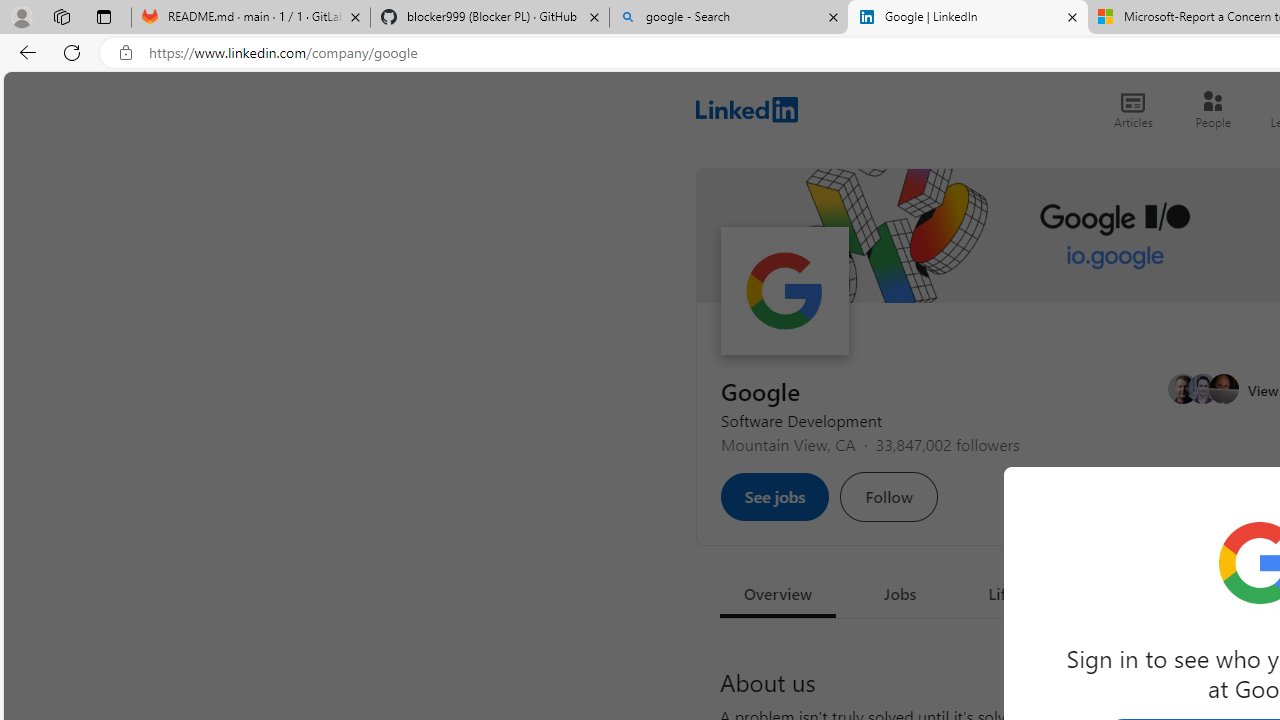  What do you see at coordinates (967, 17) in the screenshot?
I see `'Google | LinkedIn'` at bounding box center [967, 17].